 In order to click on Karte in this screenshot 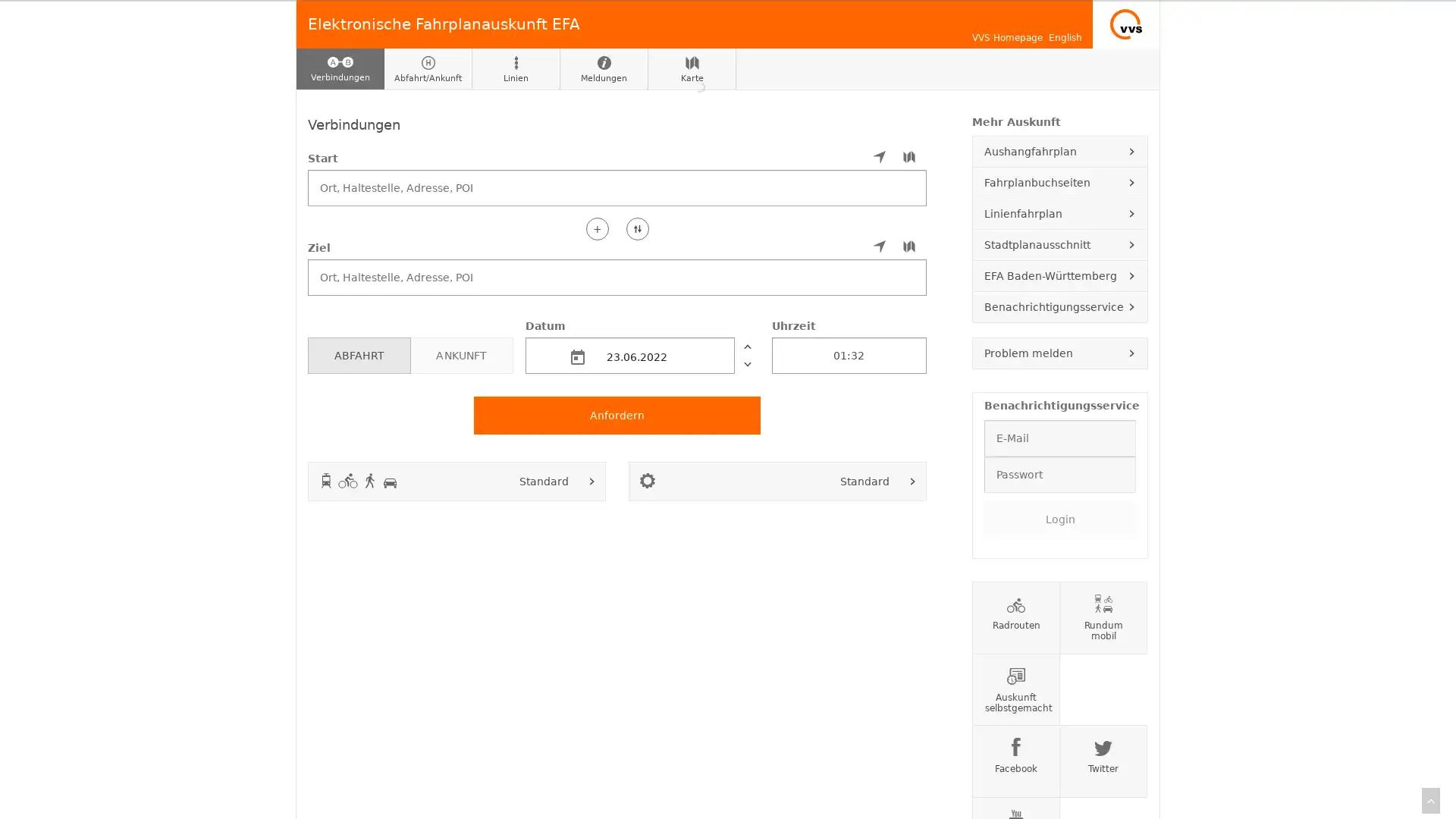, I will do `click(691, 69)`.